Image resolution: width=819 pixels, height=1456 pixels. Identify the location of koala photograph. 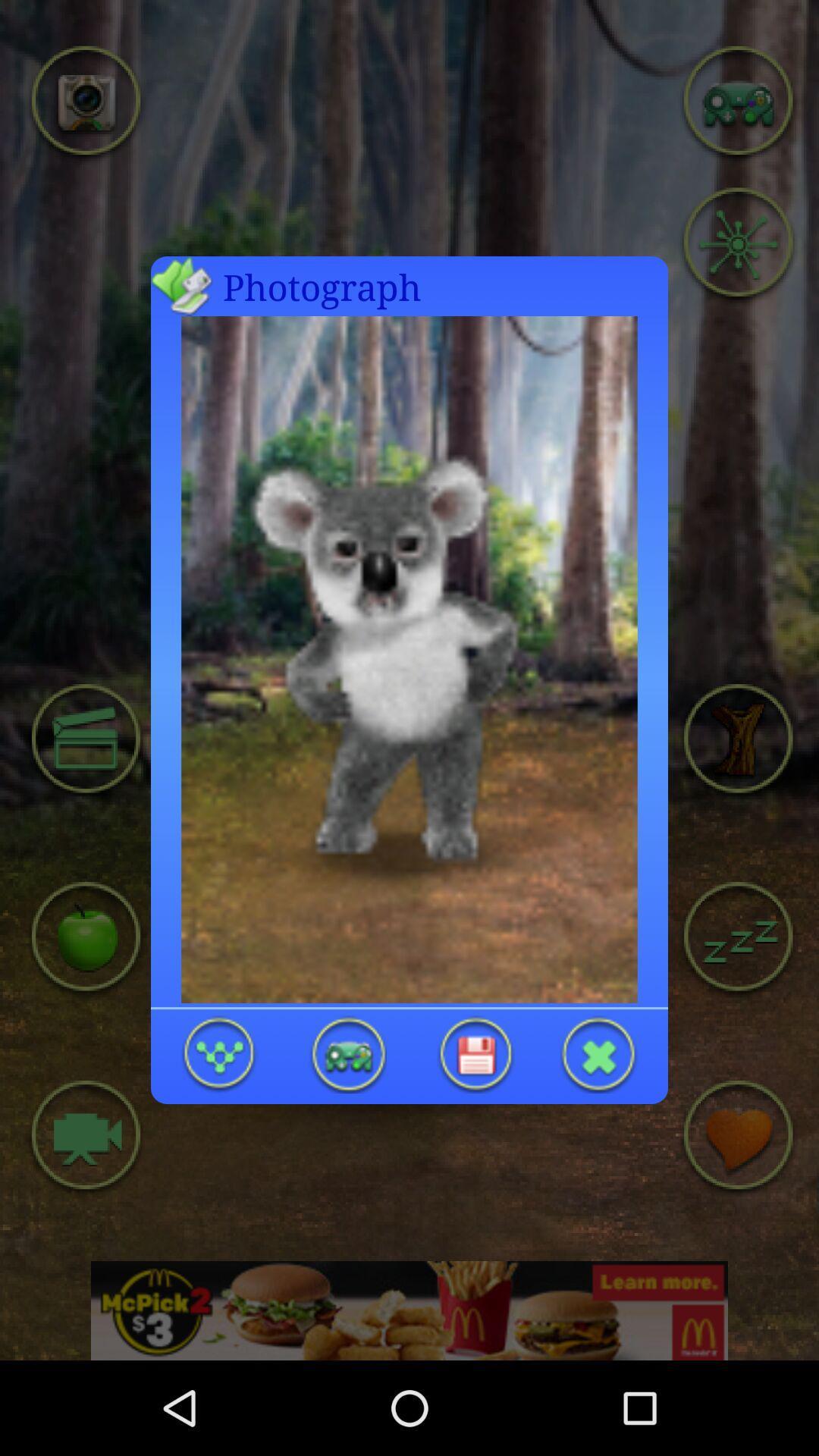
(475, 1053).